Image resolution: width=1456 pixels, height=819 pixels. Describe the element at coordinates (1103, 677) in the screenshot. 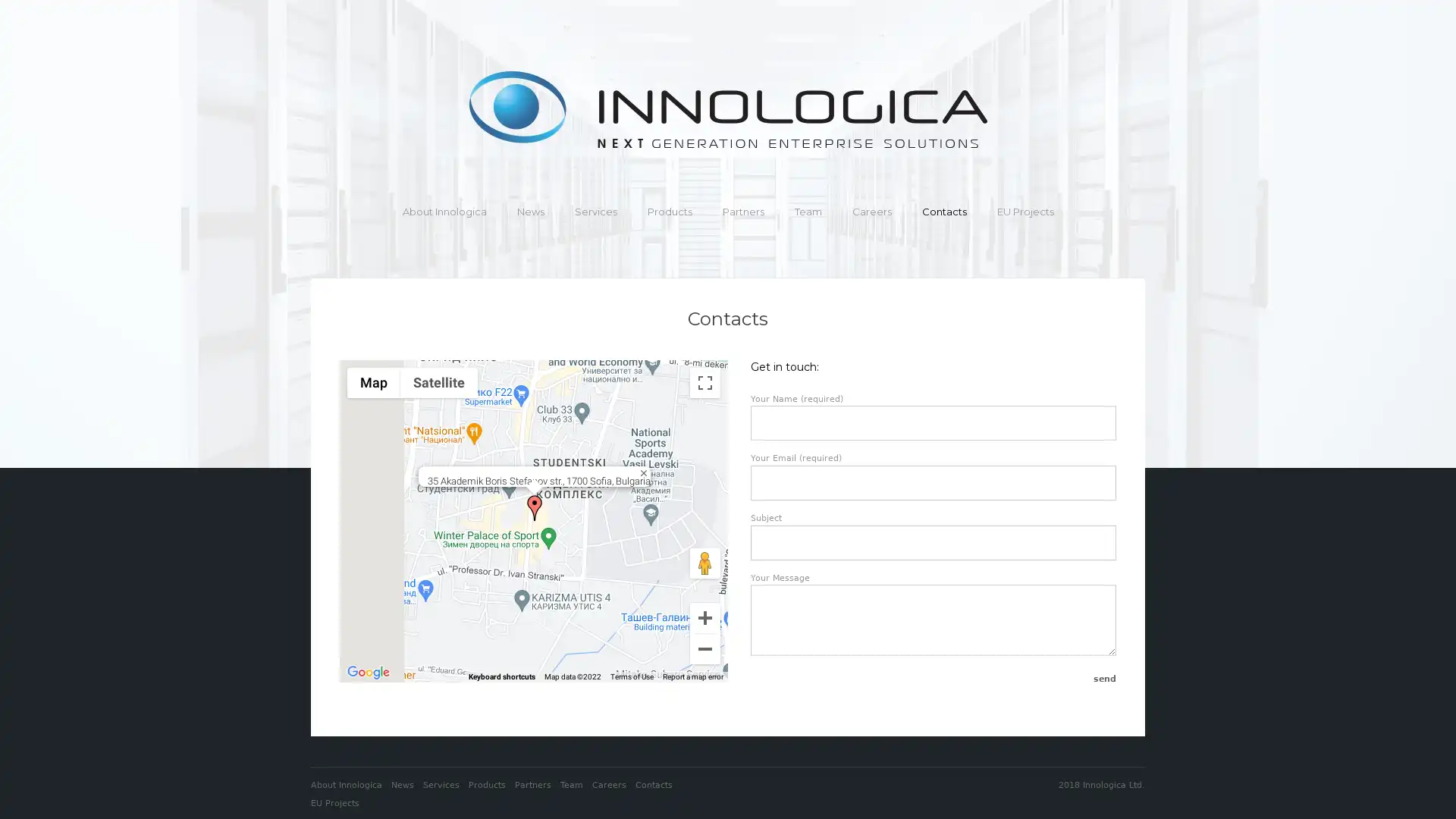

I see `Send` at that location.